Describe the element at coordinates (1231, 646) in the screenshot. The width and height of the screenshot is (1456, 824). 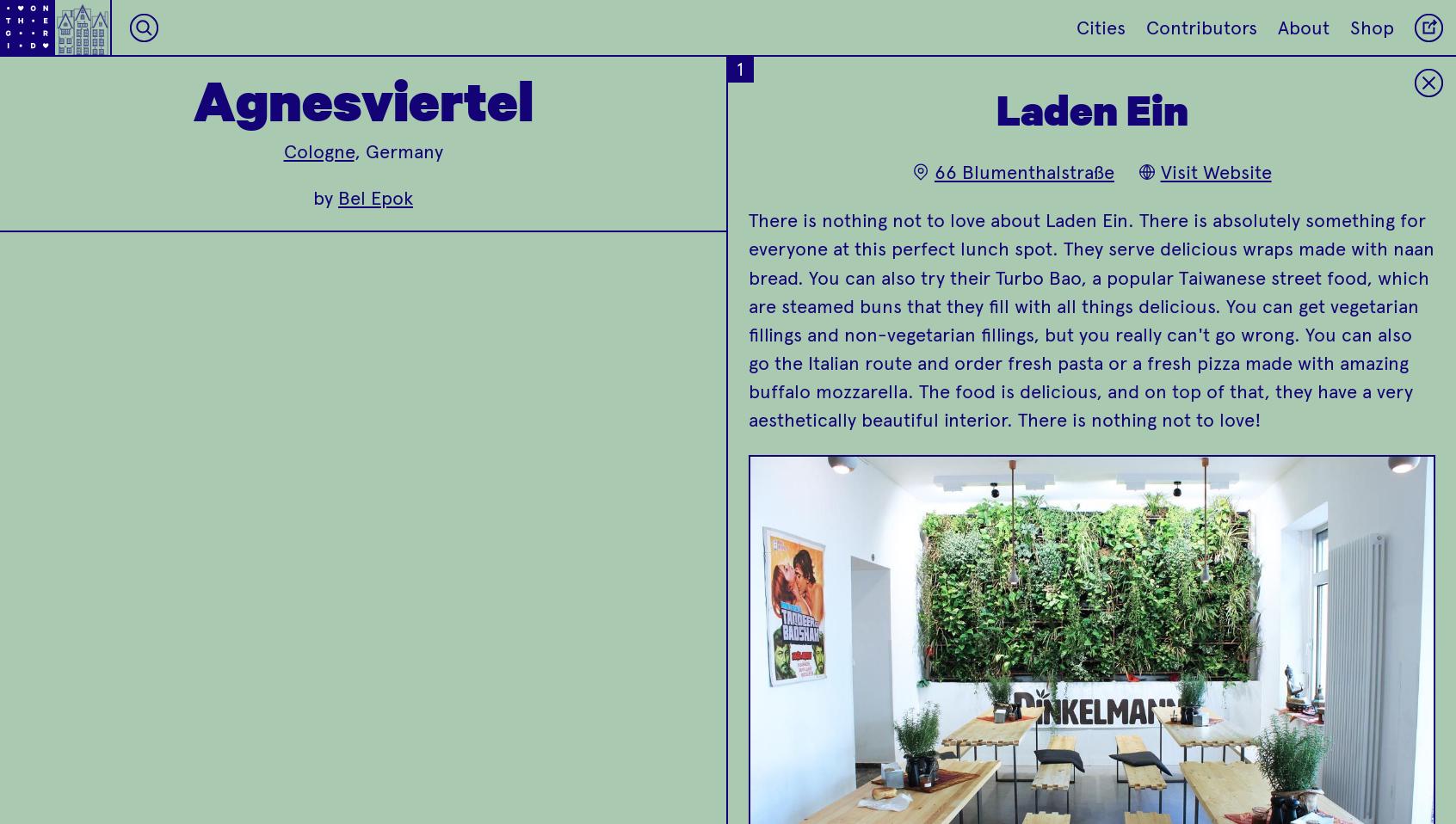
I see `'6'` at that location.